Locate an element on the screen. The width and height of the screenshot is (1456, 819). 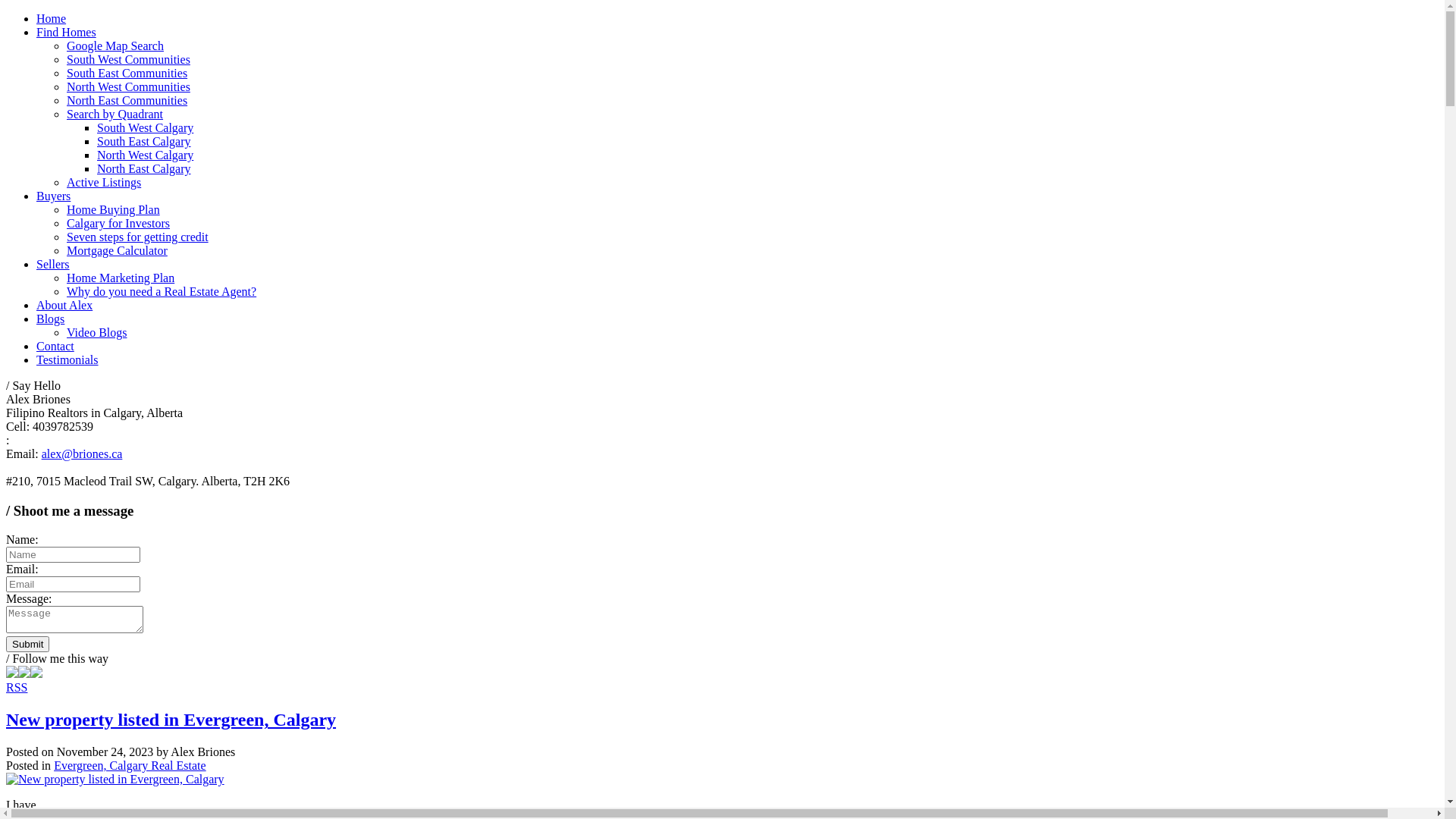
'Submit' is located at coordinates (27, 644).